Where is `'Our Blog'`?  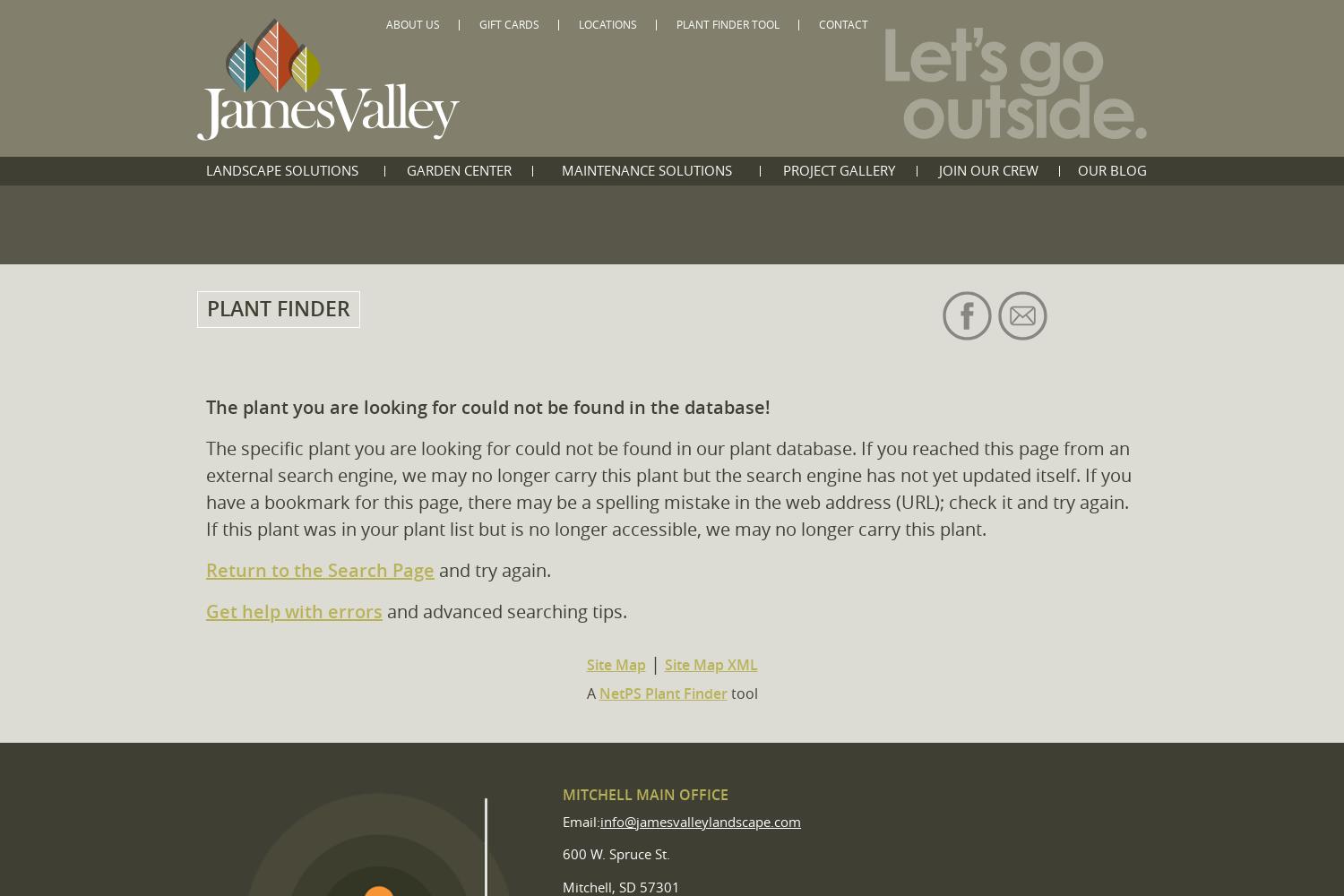 'Our Blog' is located at coordinates (1110, 169).